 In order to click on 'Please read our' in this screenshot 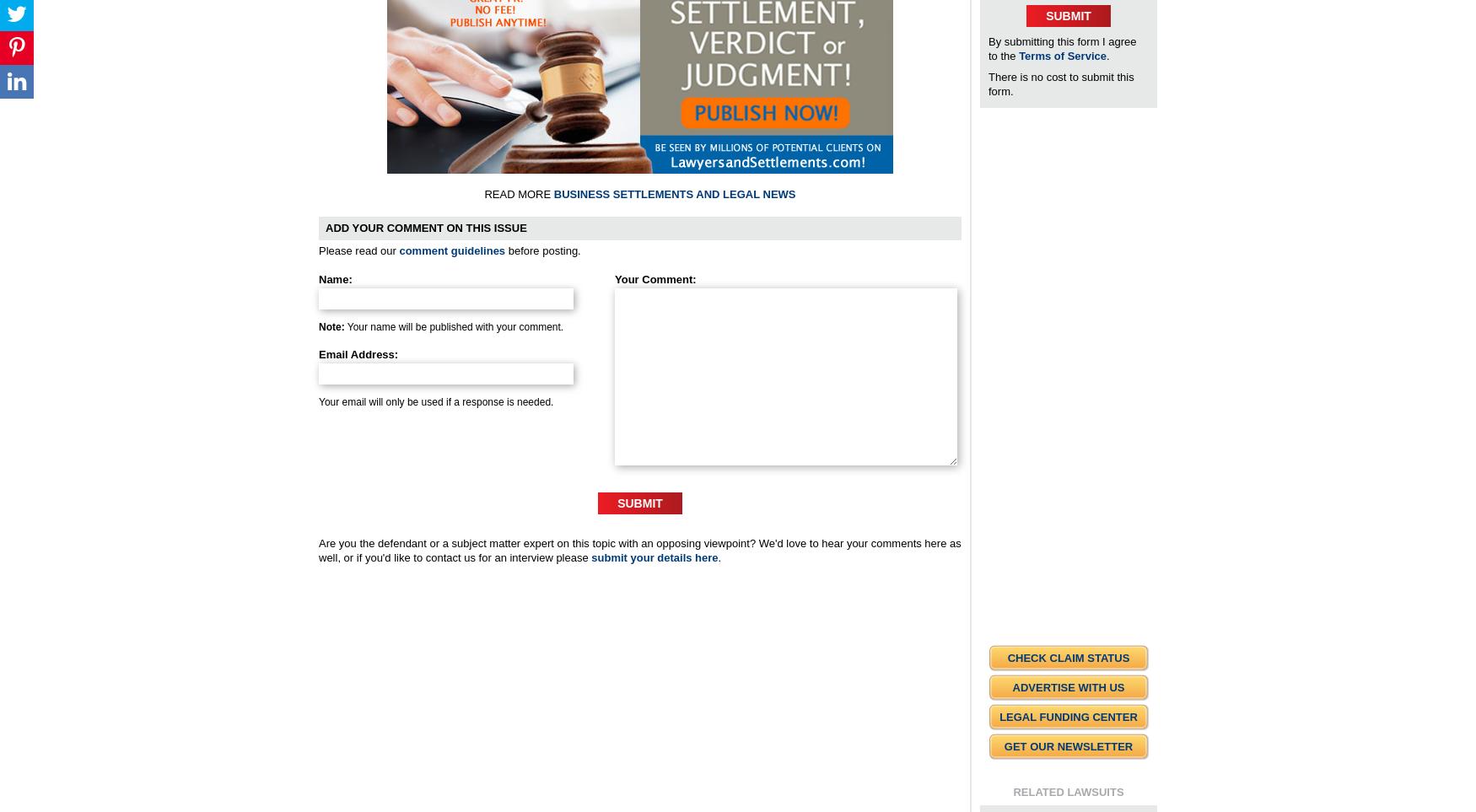, I will do `click(358, 250)`.